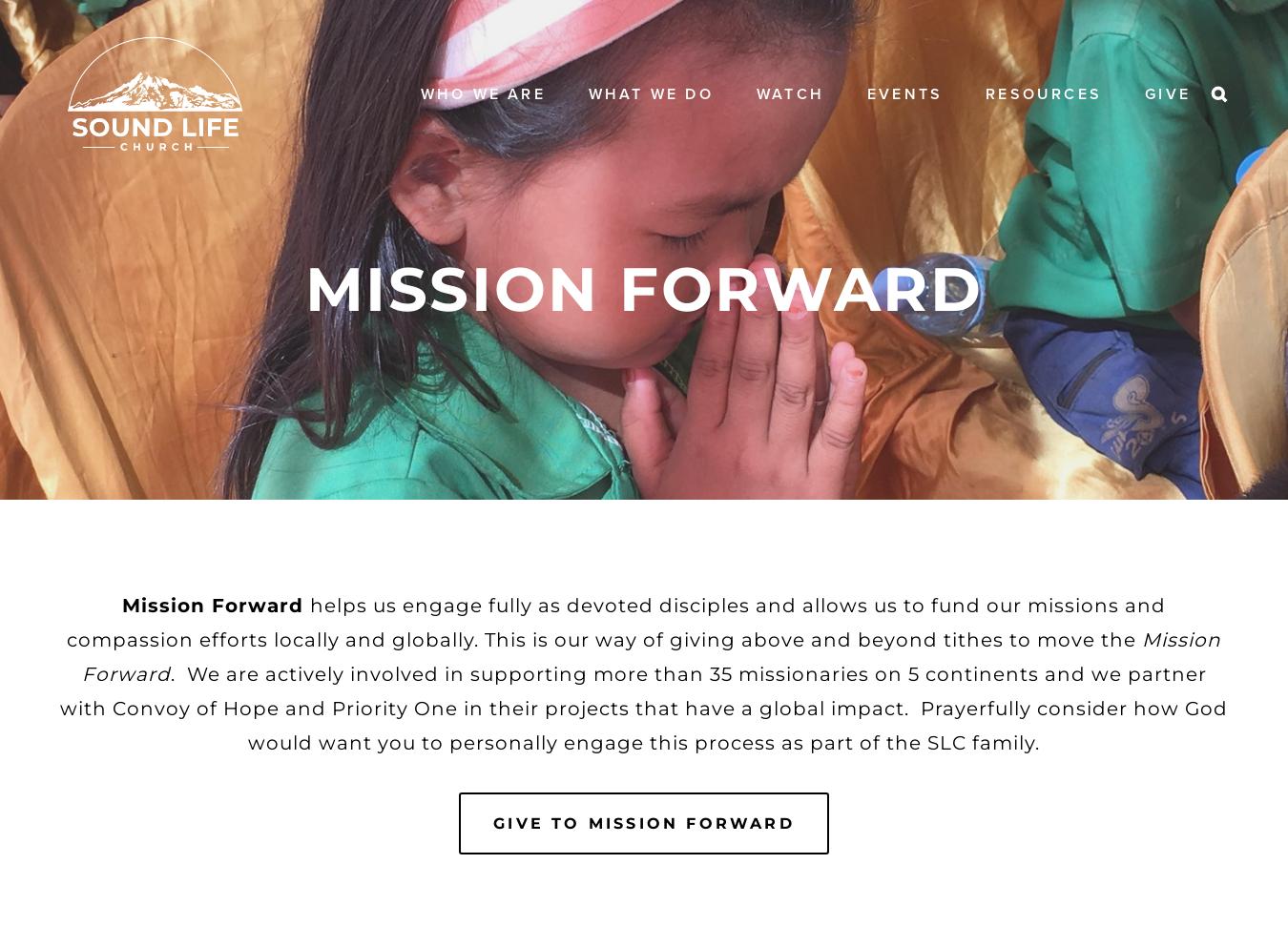  I want to click on 'MISSION FORWARD', so click(643, 287).